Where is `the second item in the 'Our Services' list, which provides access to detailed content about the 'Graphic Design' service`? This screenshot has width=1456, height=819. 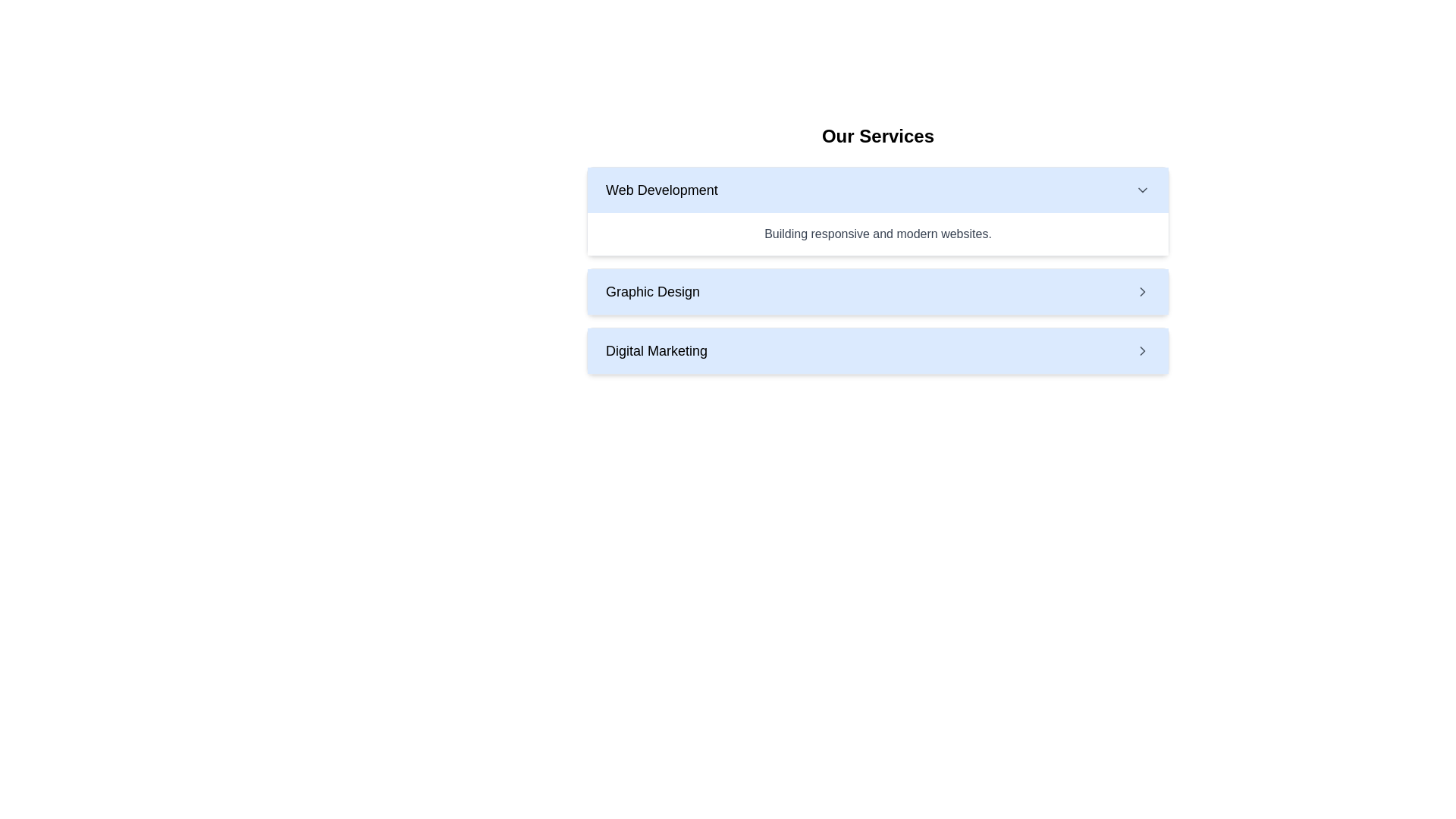 the second item in the 'Our Services' list, which provides access to detailed content about the 'Graphic Design' service is located at coordinates (877, 270).